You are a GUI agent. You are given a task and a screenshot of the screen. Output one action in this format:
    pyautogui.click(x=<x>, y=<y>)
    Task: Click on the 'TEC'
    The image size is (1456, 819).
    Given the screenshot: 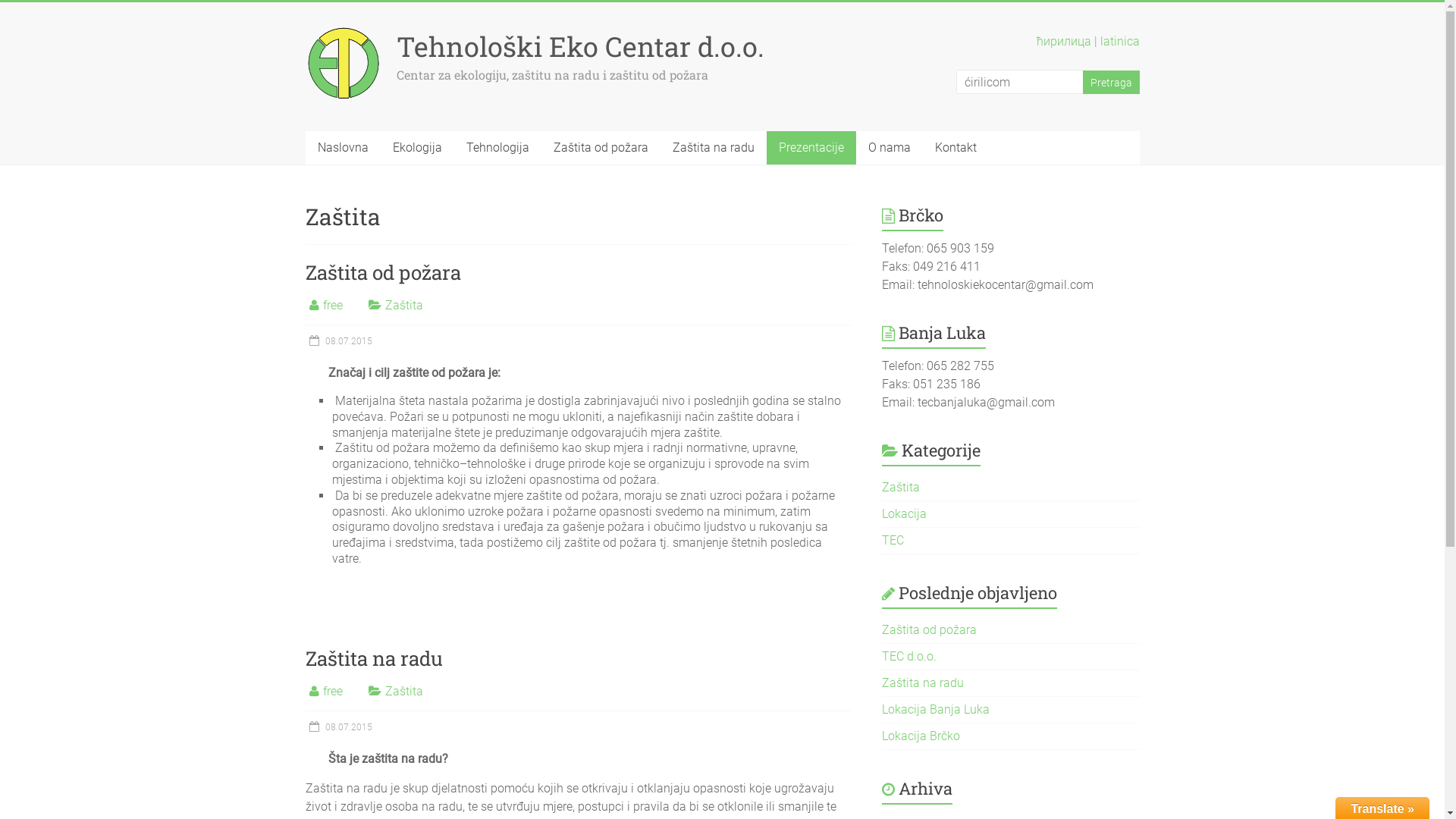 What is the action you would take?
    pyautogui.click(x=893, y=539)
    